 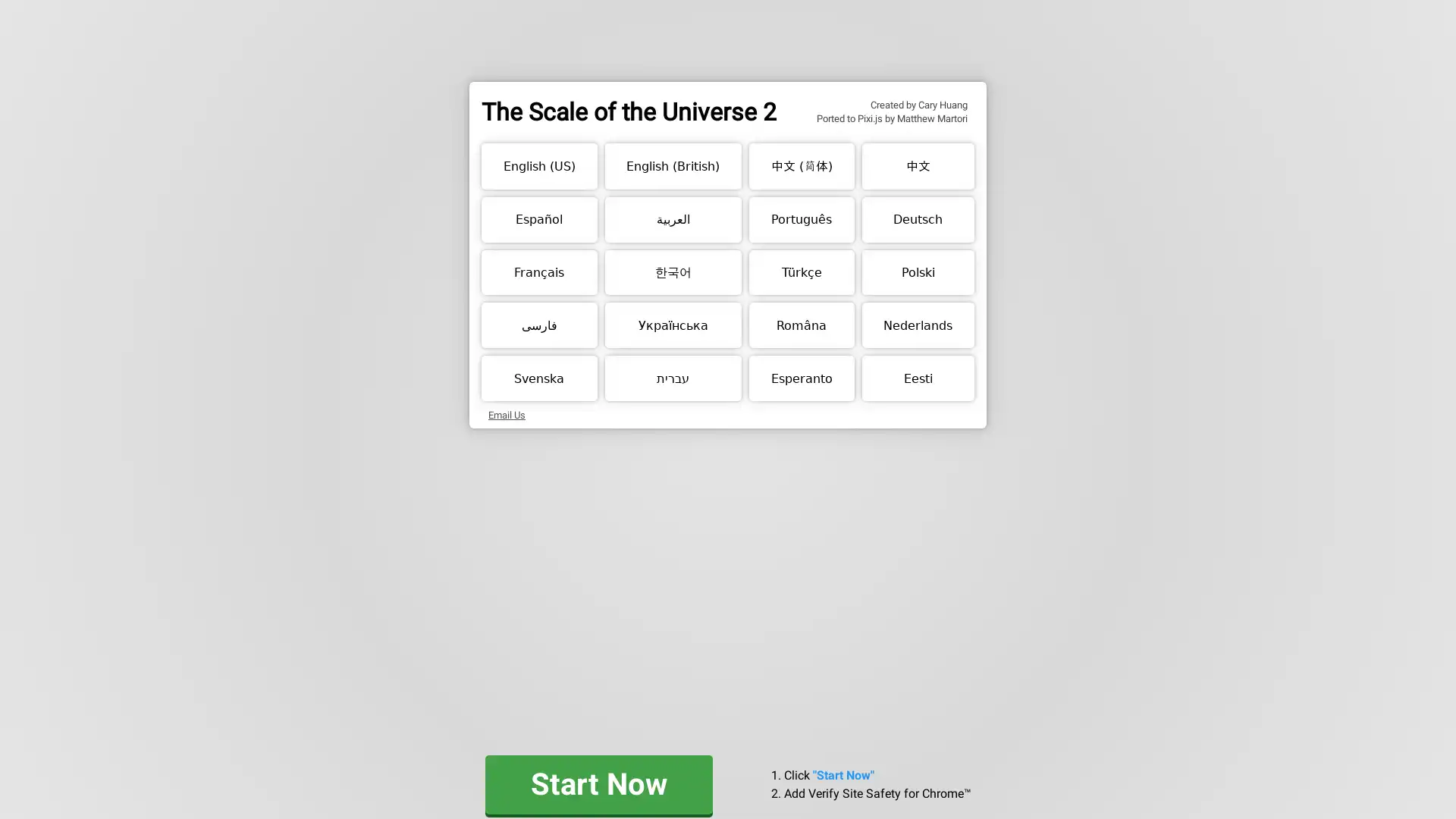 What do you see at coordinates (538, 219) in the screenshot?
I see `Espanol` at bounding box center [538, 219].